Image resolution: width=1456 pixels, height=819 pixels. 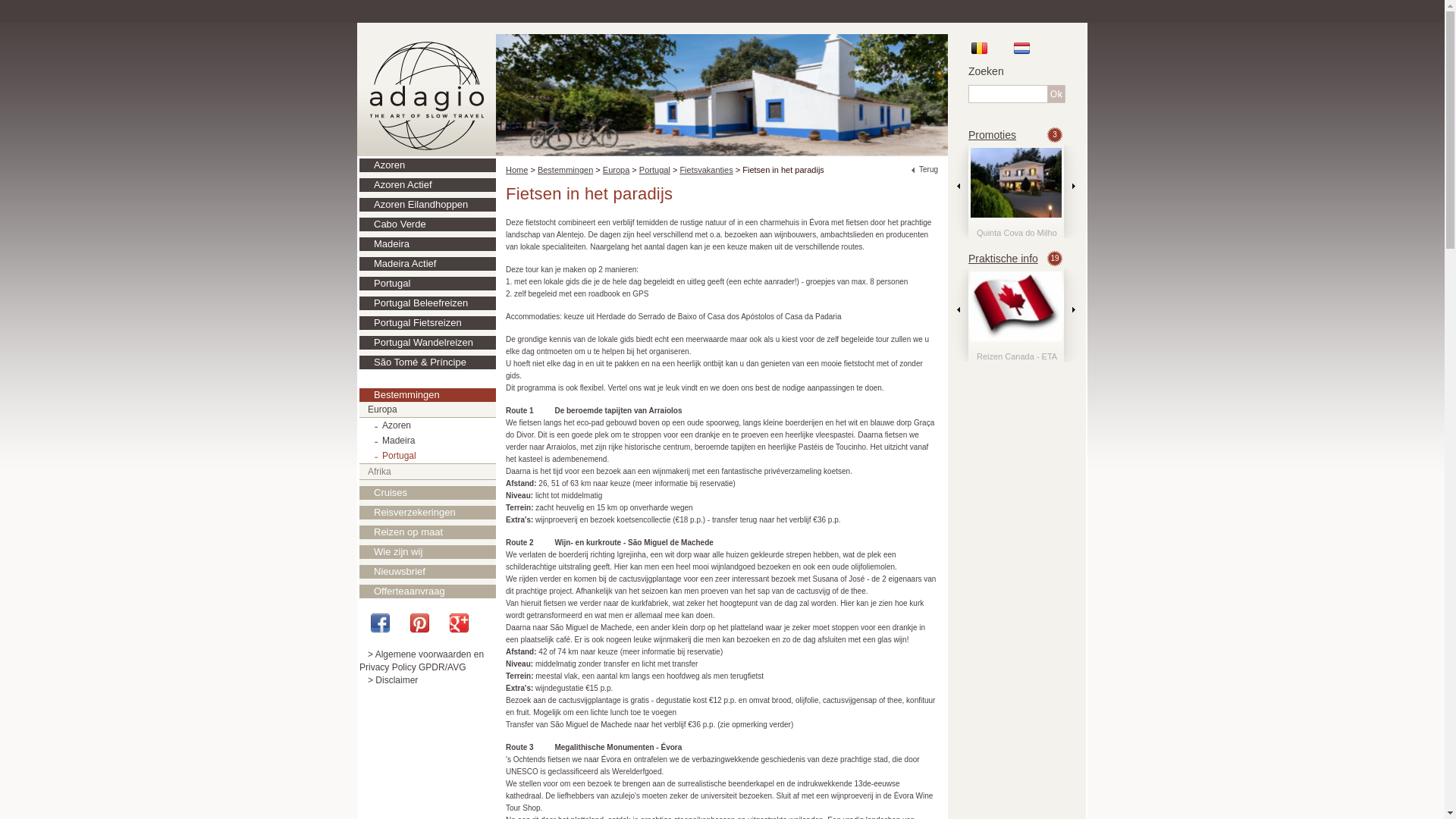 What do you see at coordinates (1015, 315) in the screenshot?
I see `'Vaccinaties'` at bounding box center [1015, 315].